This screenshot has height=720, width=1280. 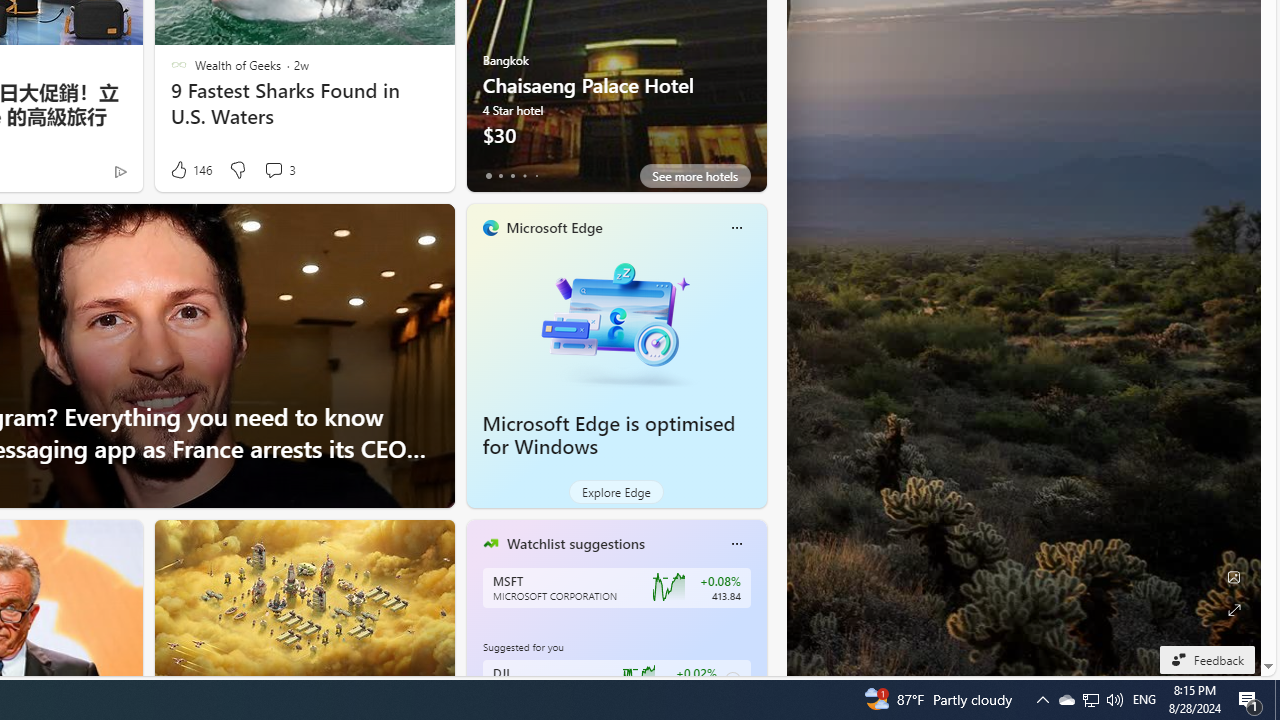 What do you see at coordinates (536, 175) in the screenshot?
I see `'tab-4'` at bounding box center [536, 175].